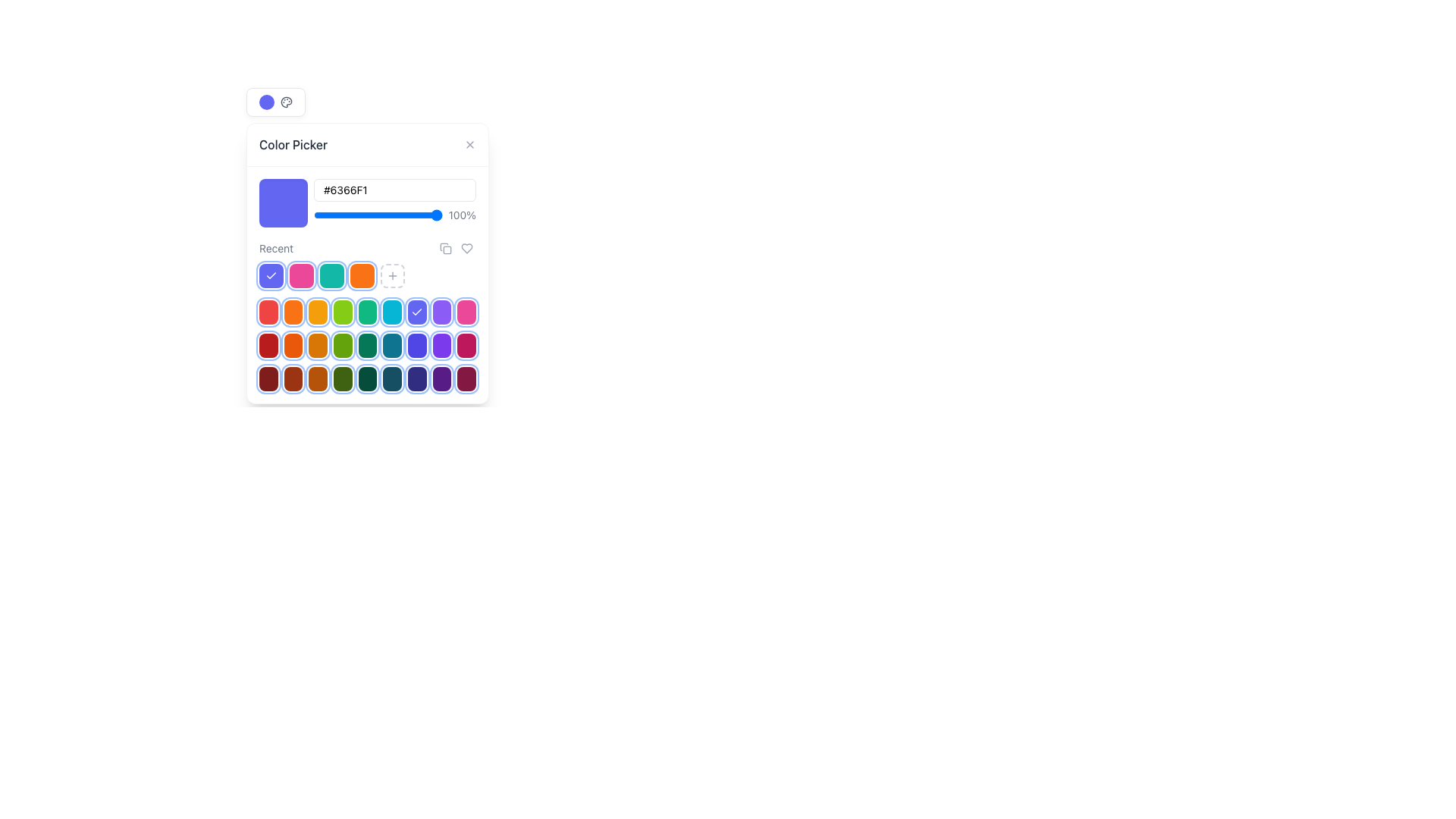 This screenshot has height=819, width=1456. I want to click on the orange square-shaped button with rounded corners located in the Color Picker interface under the 'Recent' section, which is the sixth button in the horizontal list of recent colors, so click(362, 275).